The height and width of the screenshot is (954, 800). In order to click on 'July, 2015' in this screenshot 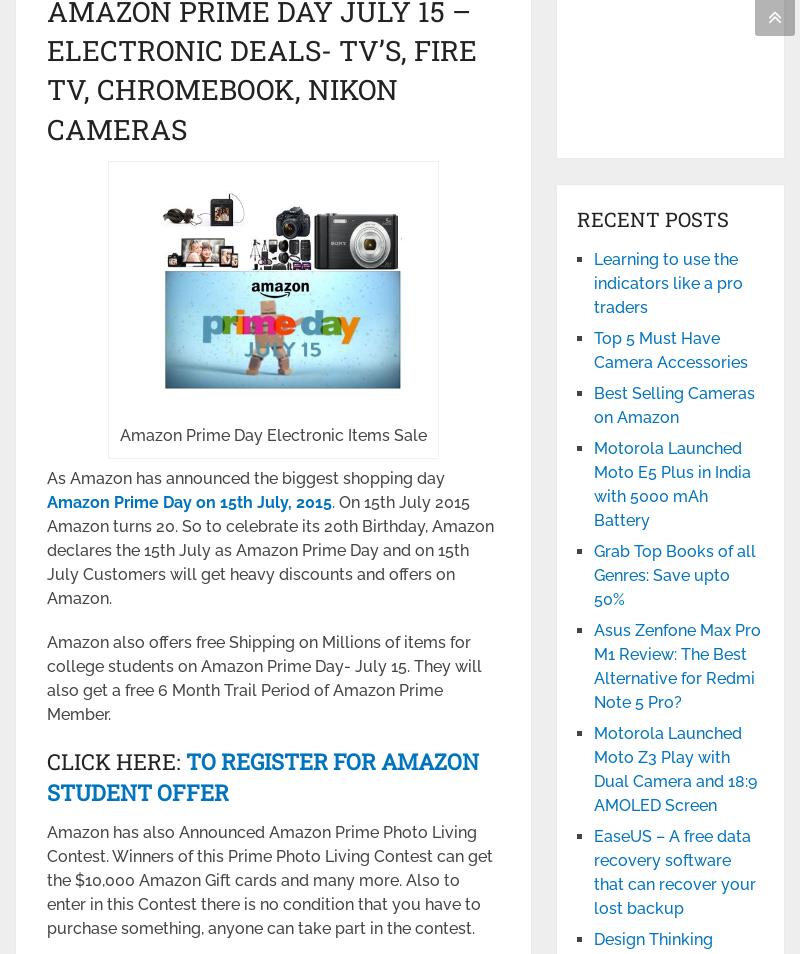, I will do `click(291, 501)`.